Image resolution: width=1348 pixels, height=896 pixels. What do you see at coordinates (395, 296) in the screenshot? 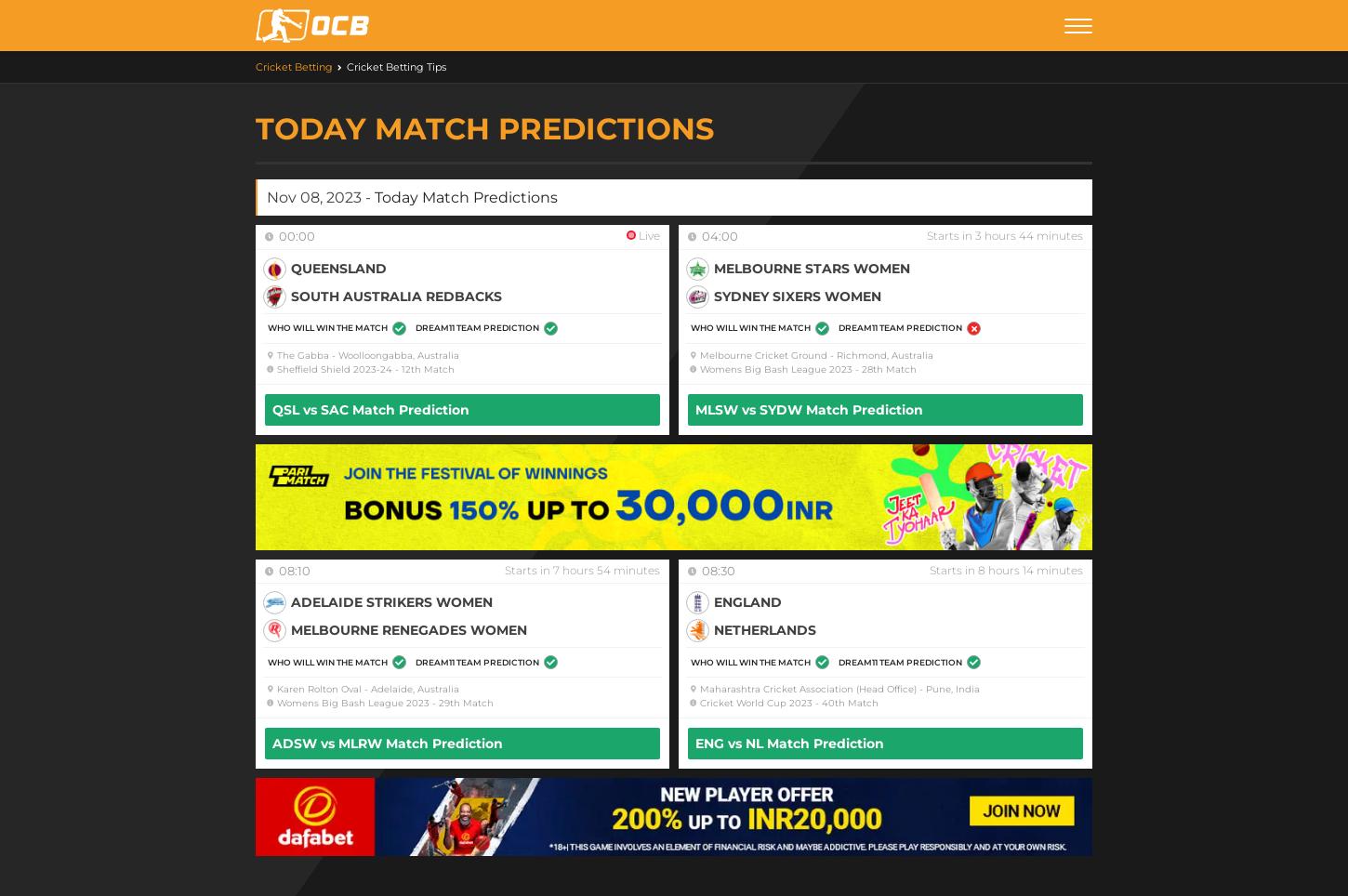
I see `'South Australia Redbacks'` at bounding box center [395, 296].